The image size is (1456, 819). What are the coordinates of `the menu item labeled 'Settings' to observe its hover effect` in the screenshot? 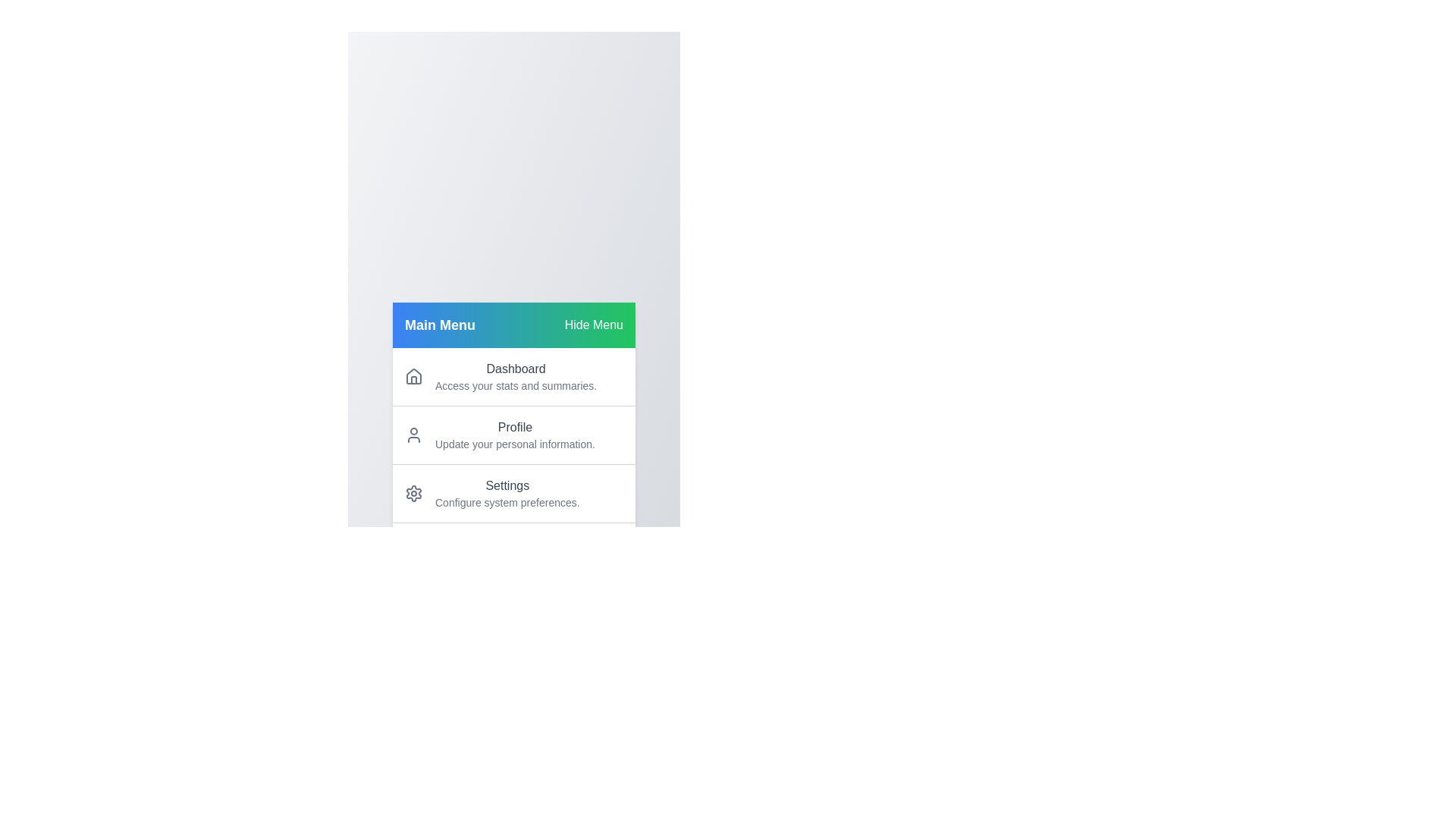 It's located at (513, 493).